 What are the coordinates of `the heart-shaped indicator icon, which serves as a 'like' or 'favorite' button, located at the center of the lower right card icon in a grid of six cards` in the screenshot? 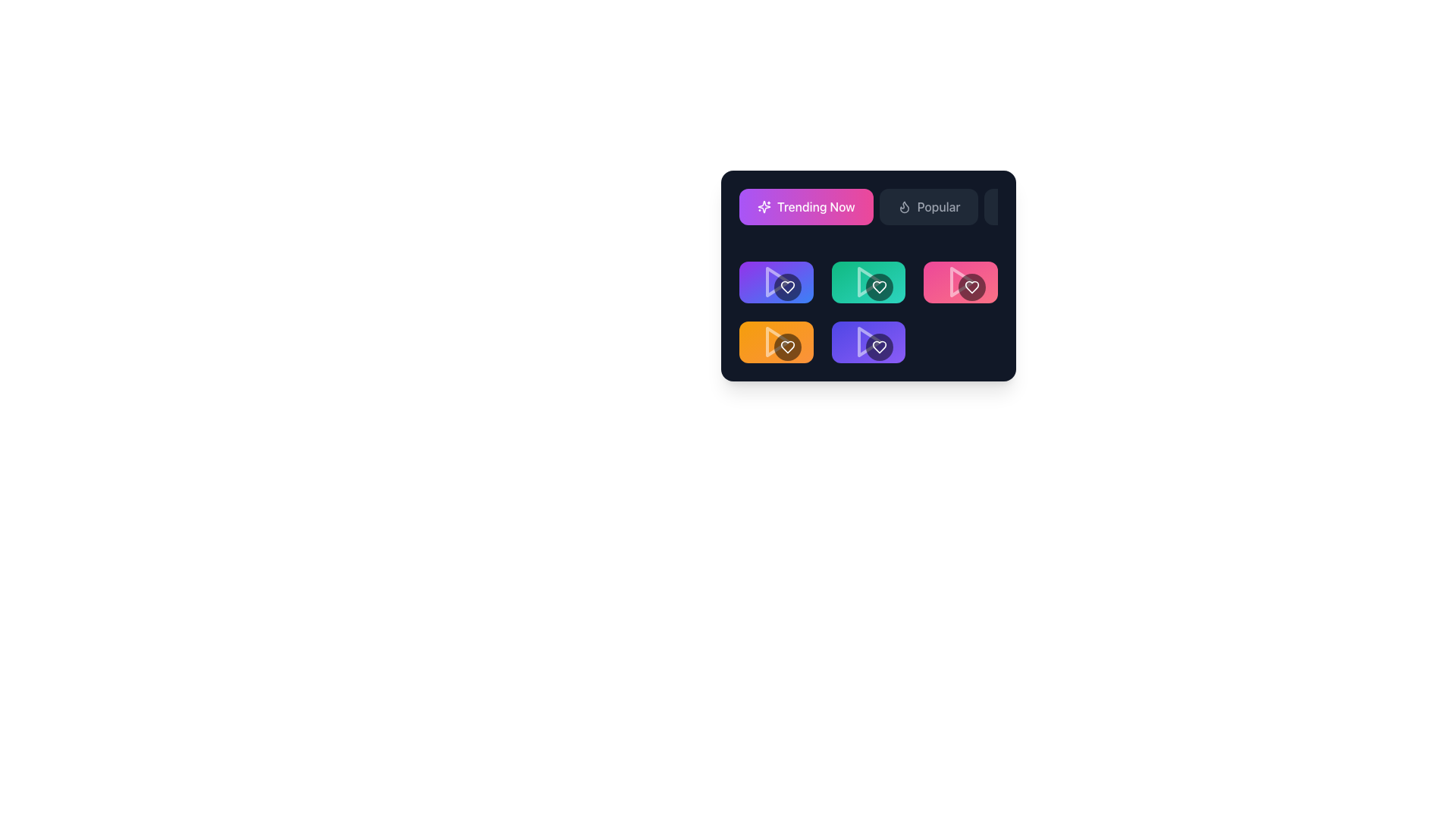 It's located at (880, 347).